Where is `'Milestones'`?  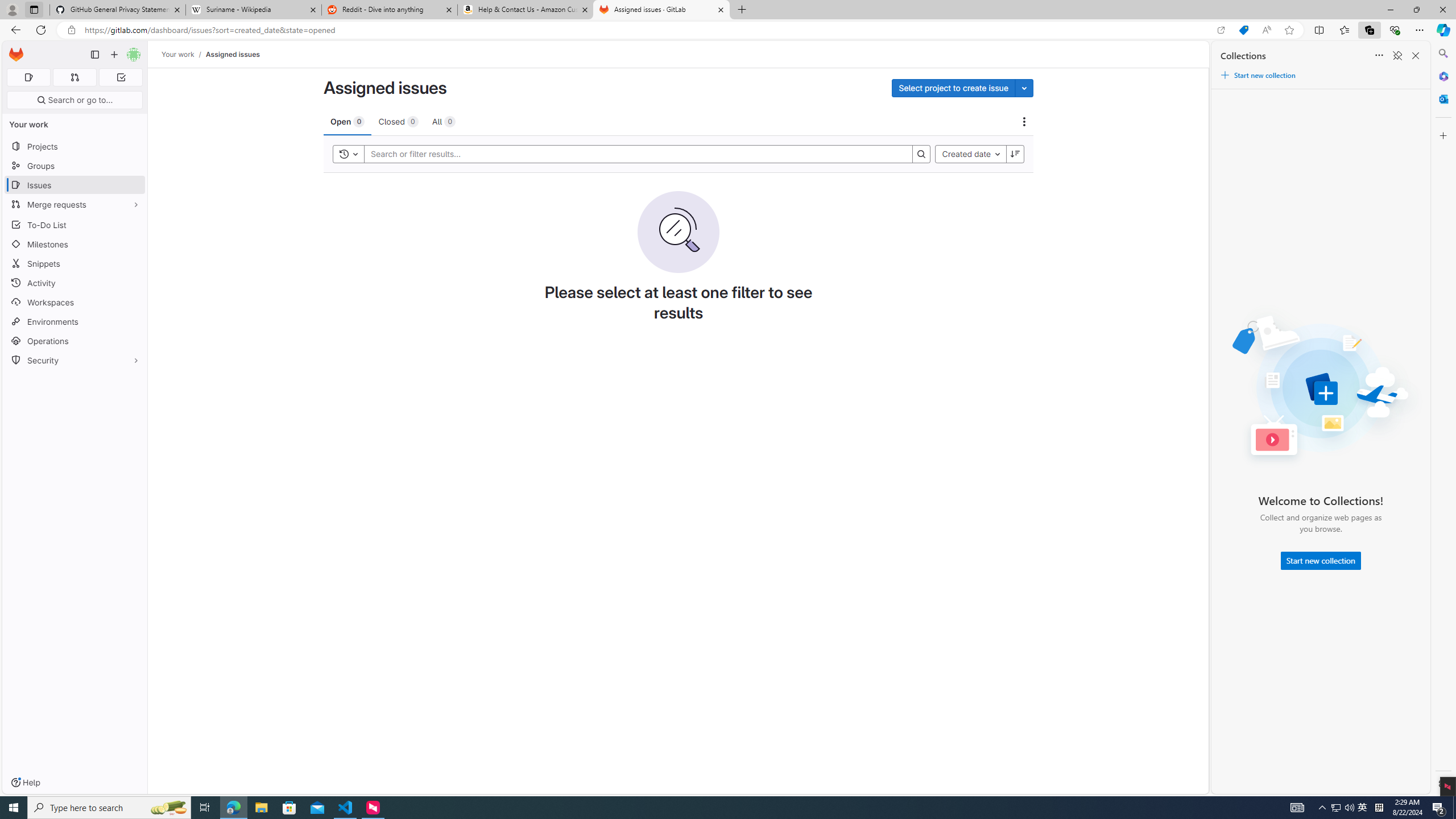 'Milestones' is located at coordinates (74, 243).